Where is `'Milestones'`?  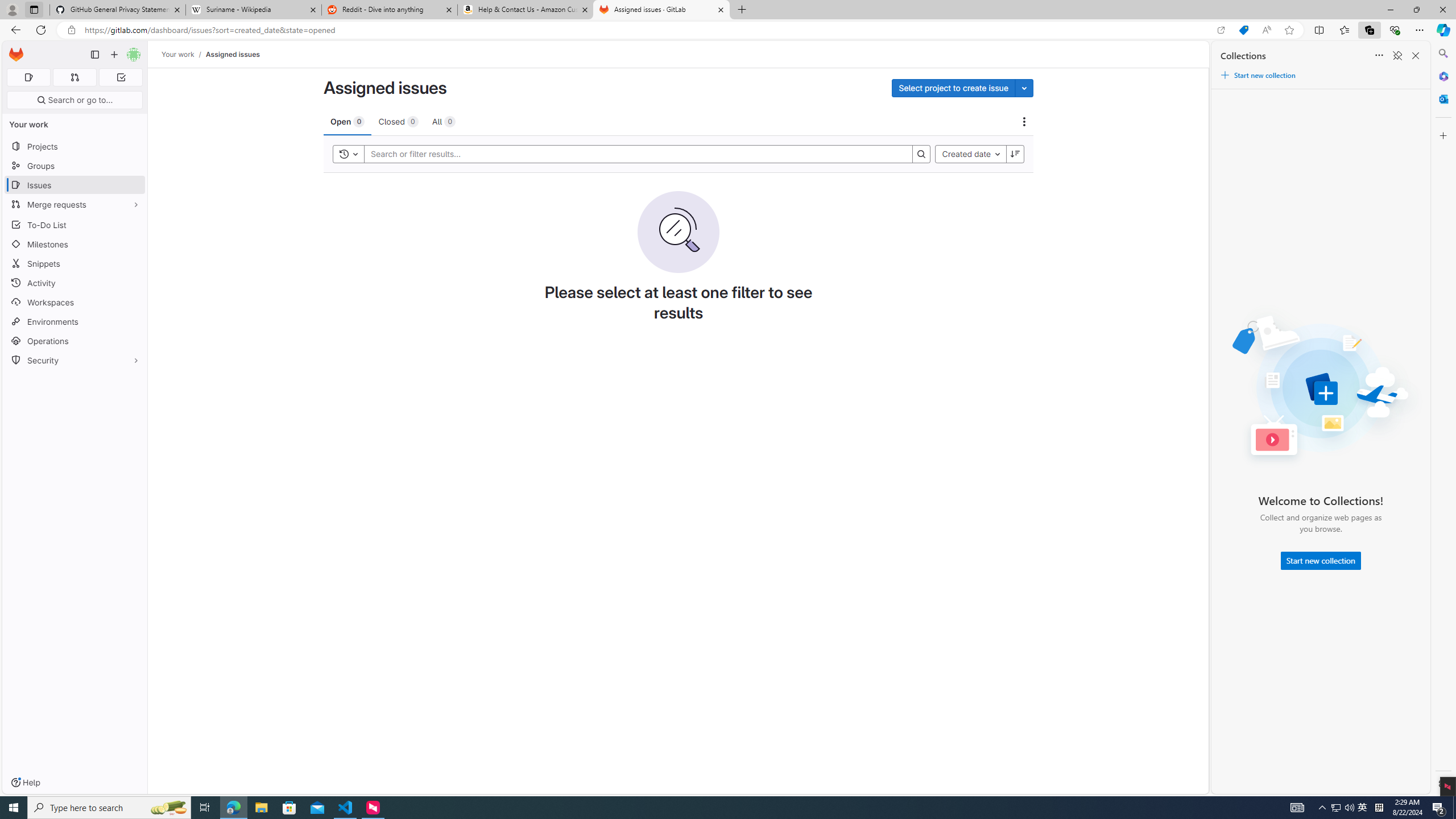 'Milestones' is located at coordinates (74, 243).